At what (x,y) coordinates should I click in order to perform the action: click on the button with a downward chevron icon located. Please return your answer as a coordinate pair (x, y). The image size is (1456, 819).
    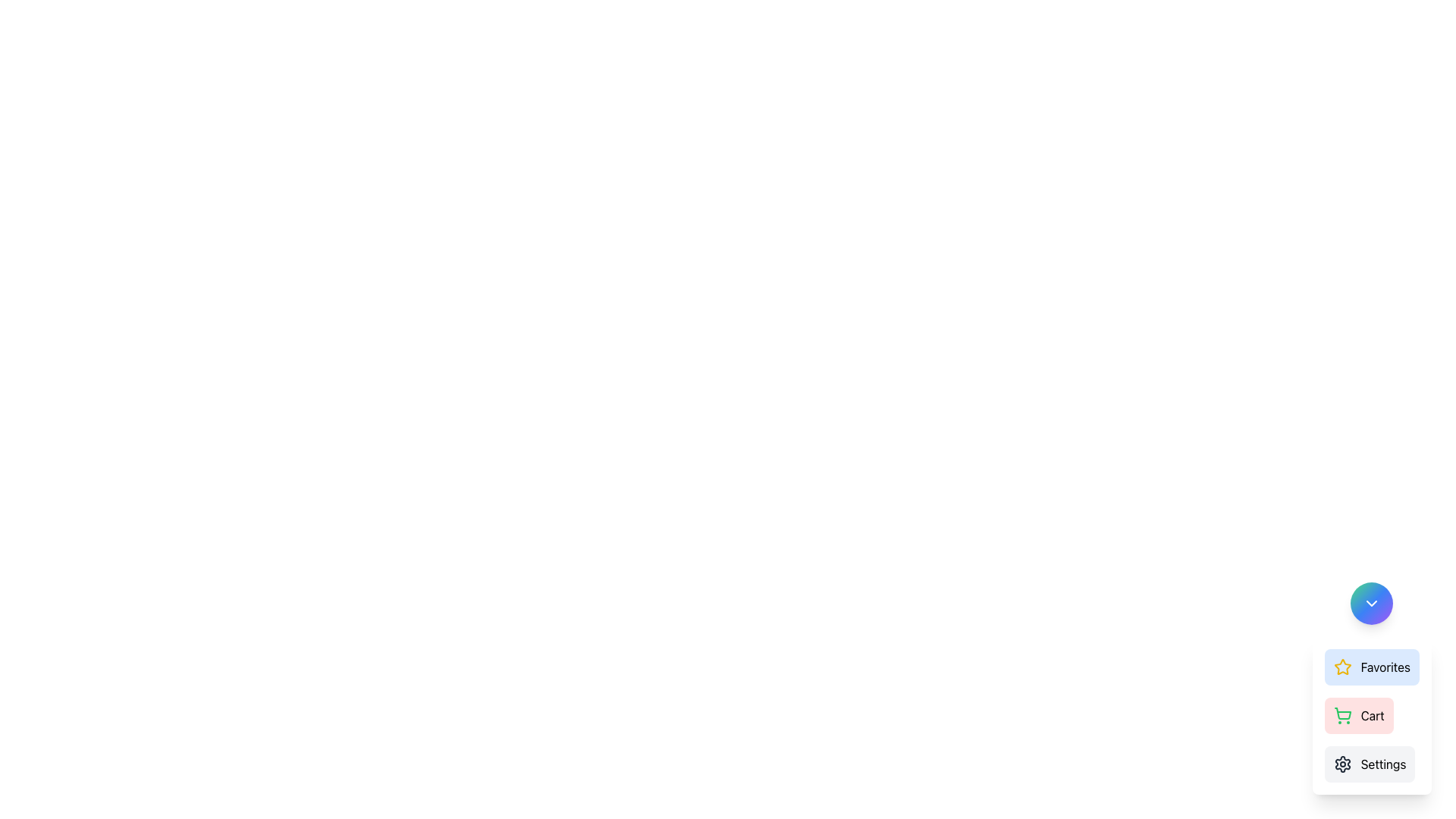
    Looking at the image, I should click on (1372, 602).